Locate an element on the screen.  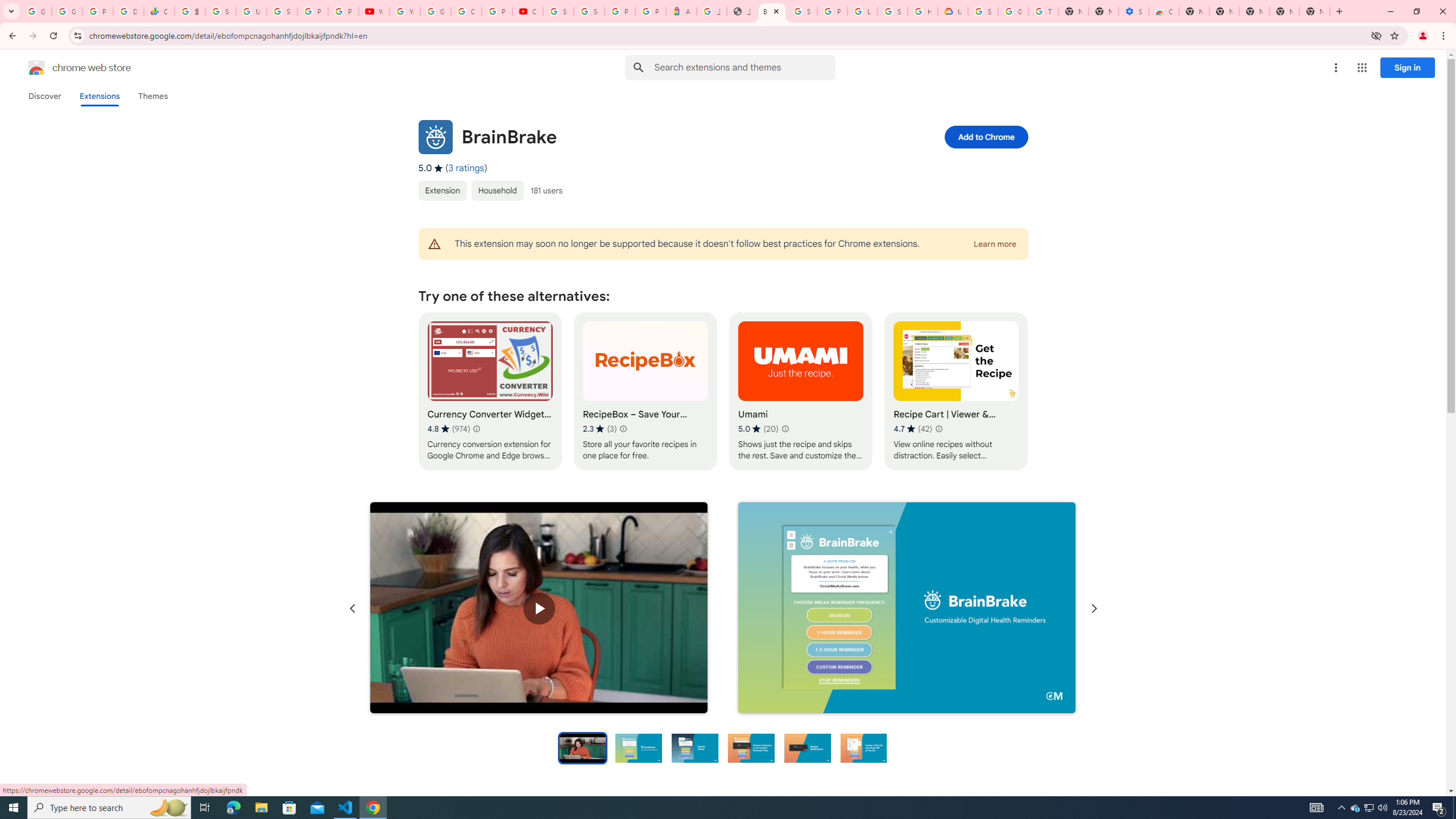
'Themes' is located at coordinates (152, 96).